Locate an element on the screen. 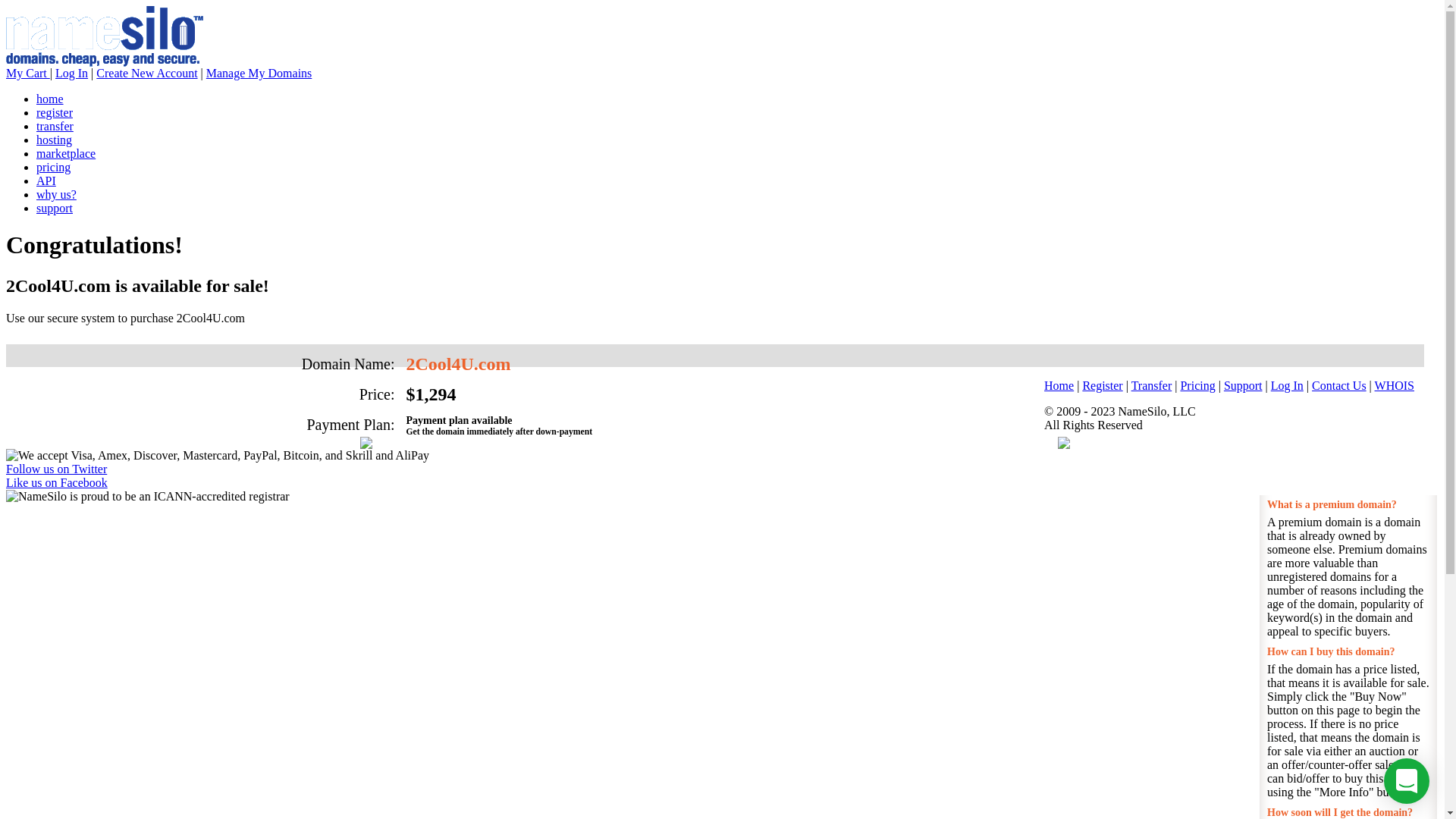  'Contact Us' is located at coordinates (1339, 384).